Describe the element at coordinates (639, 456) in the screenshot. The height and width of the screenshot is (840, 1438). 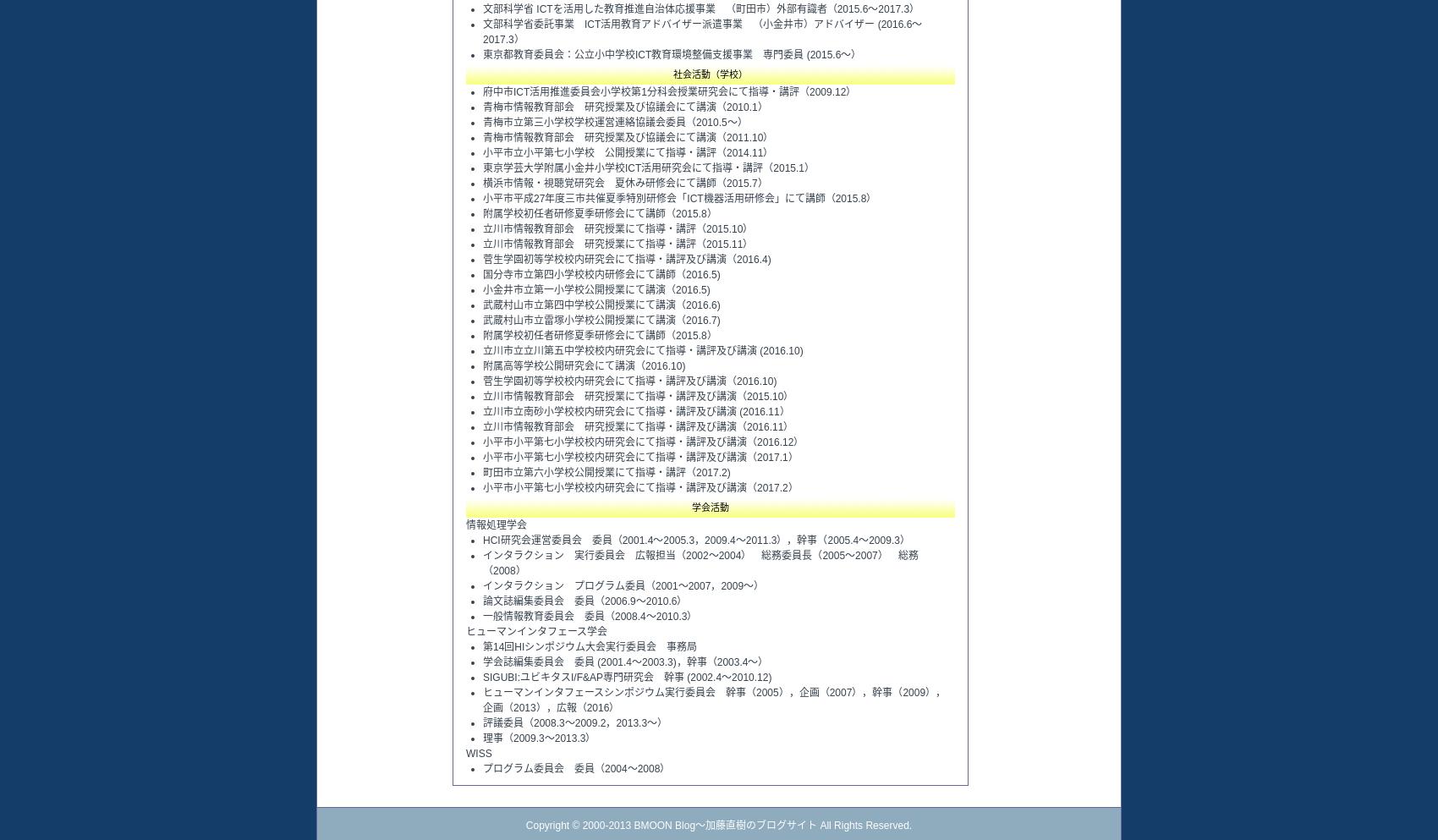
I see `'小平市小平第七小学校校内研究会にて指導・講評及び講演（2017.1）'` at that location.